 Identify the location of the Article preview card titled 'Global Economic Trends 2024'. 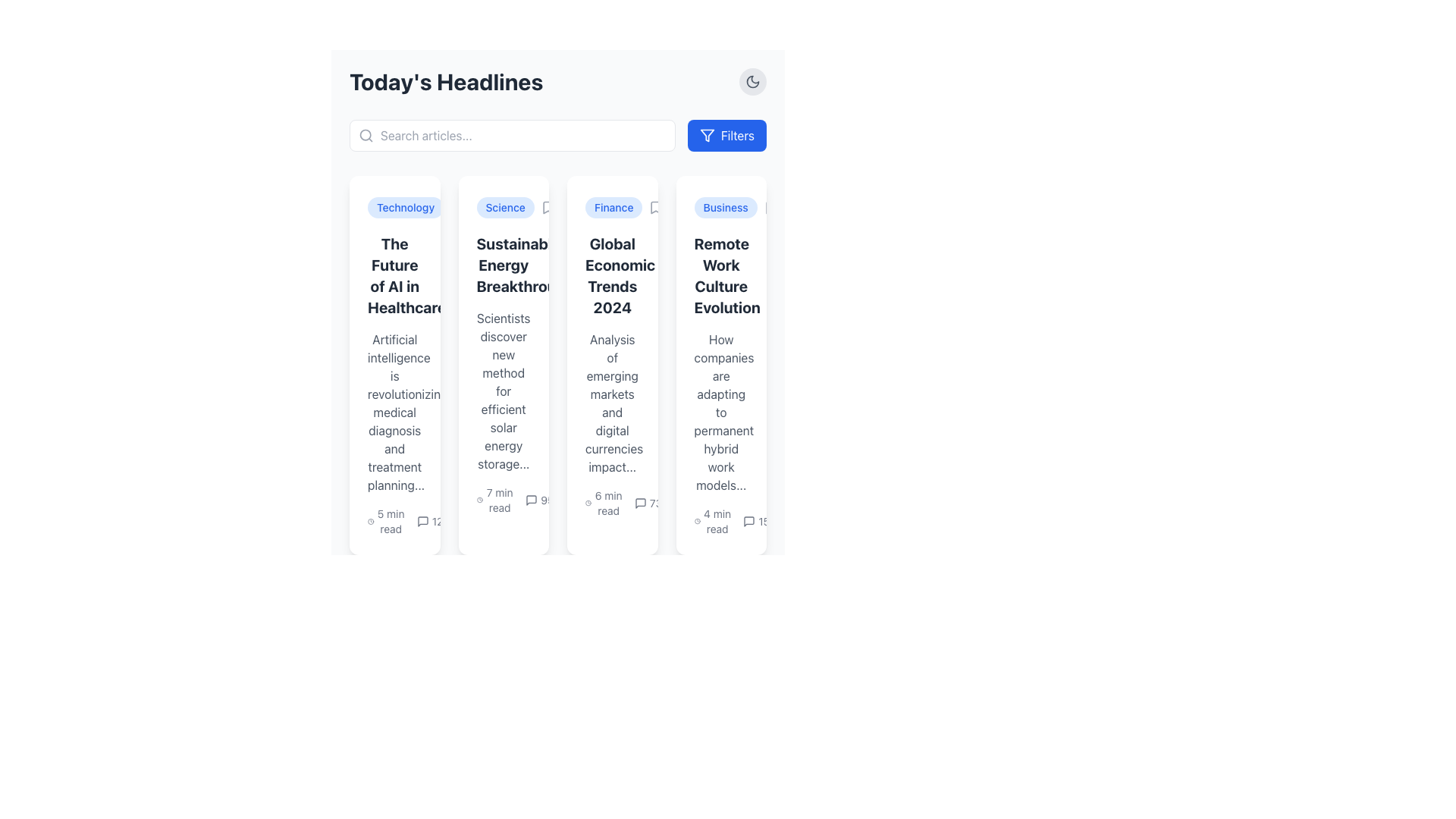
(557, 366).